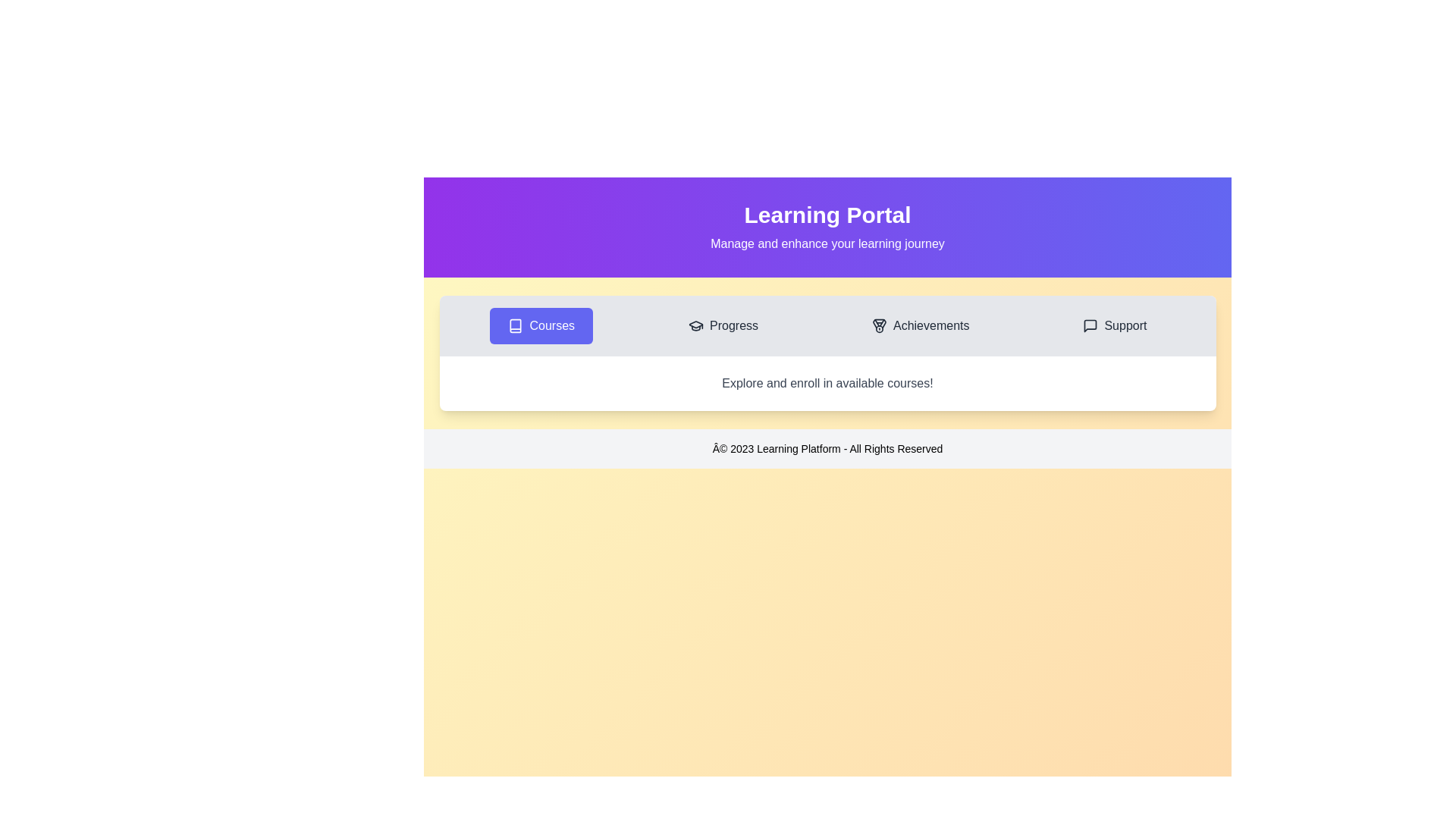 The height and width of the screenshot is (819, 1456). I want to click on the 'Achievements' text label located to the right of the medal icon in the navigation menu, so click(930, 325).